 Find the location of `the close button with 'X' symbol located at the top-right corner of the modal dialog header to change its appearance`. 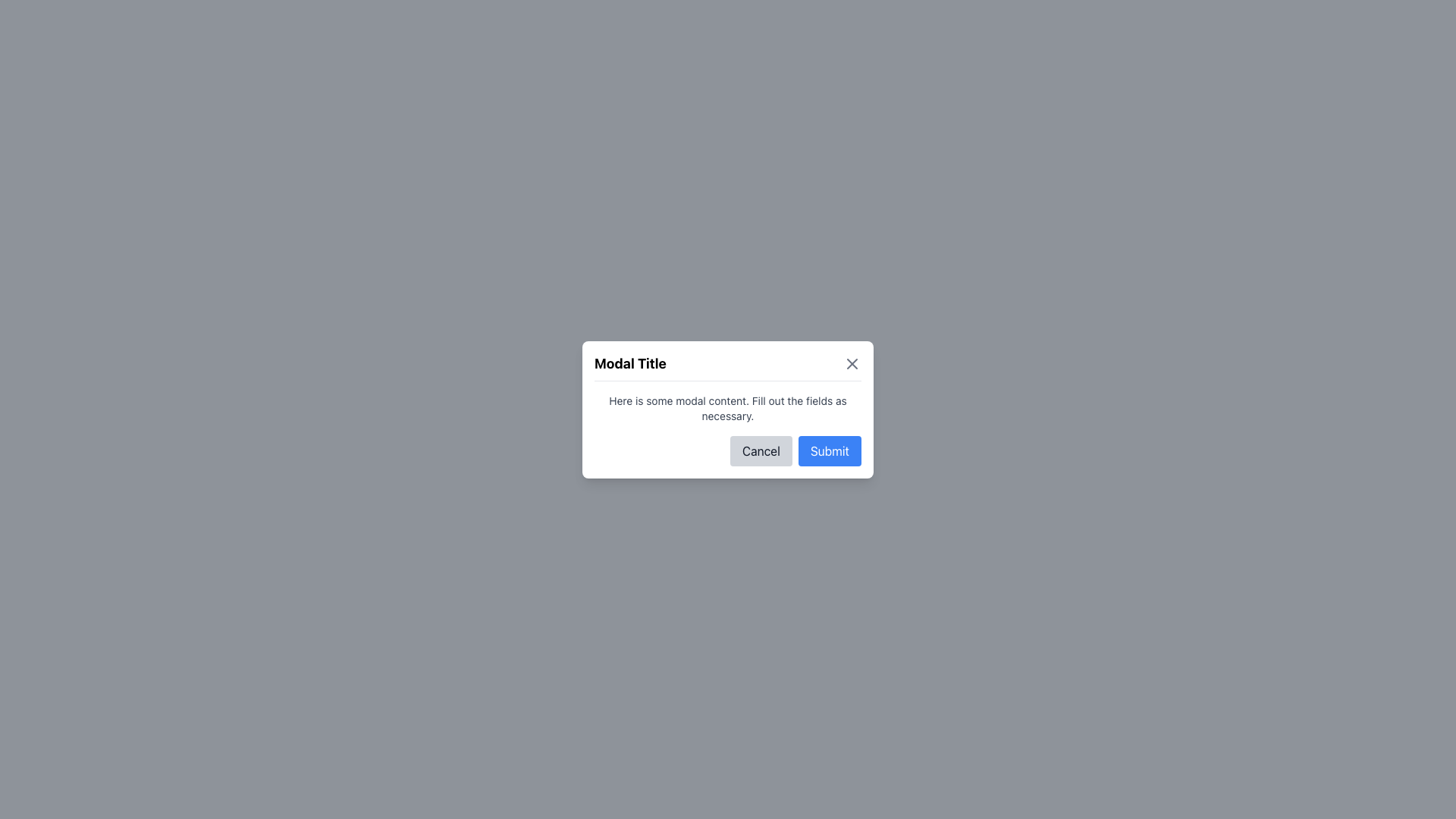

the close button with 'X' symbol located at the top-right corner of the modal dialog header to change its appearance is located at coordinates (852, 362).